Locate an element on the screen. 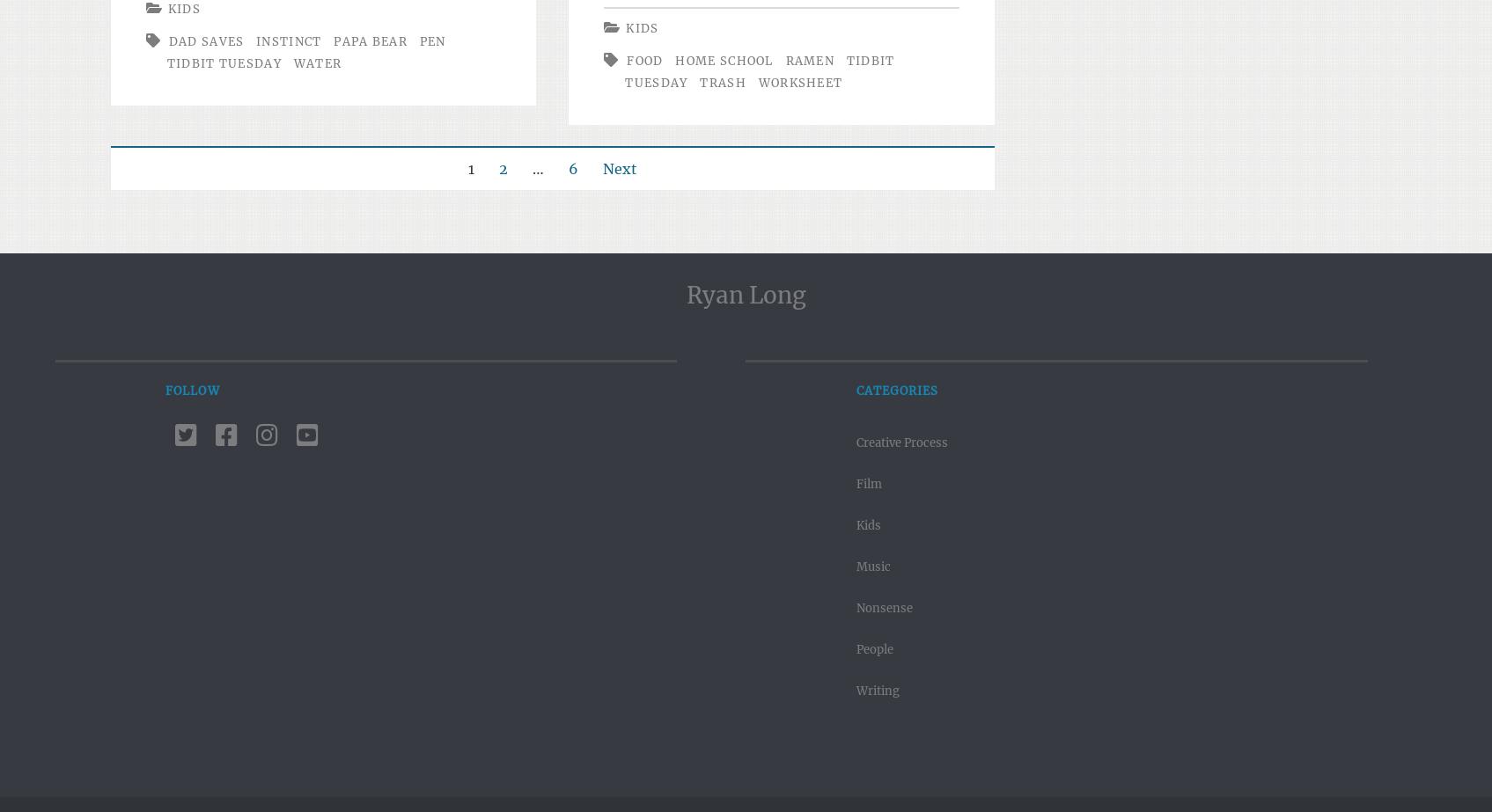  'Creative Process' is located at coordinates (856, 441).